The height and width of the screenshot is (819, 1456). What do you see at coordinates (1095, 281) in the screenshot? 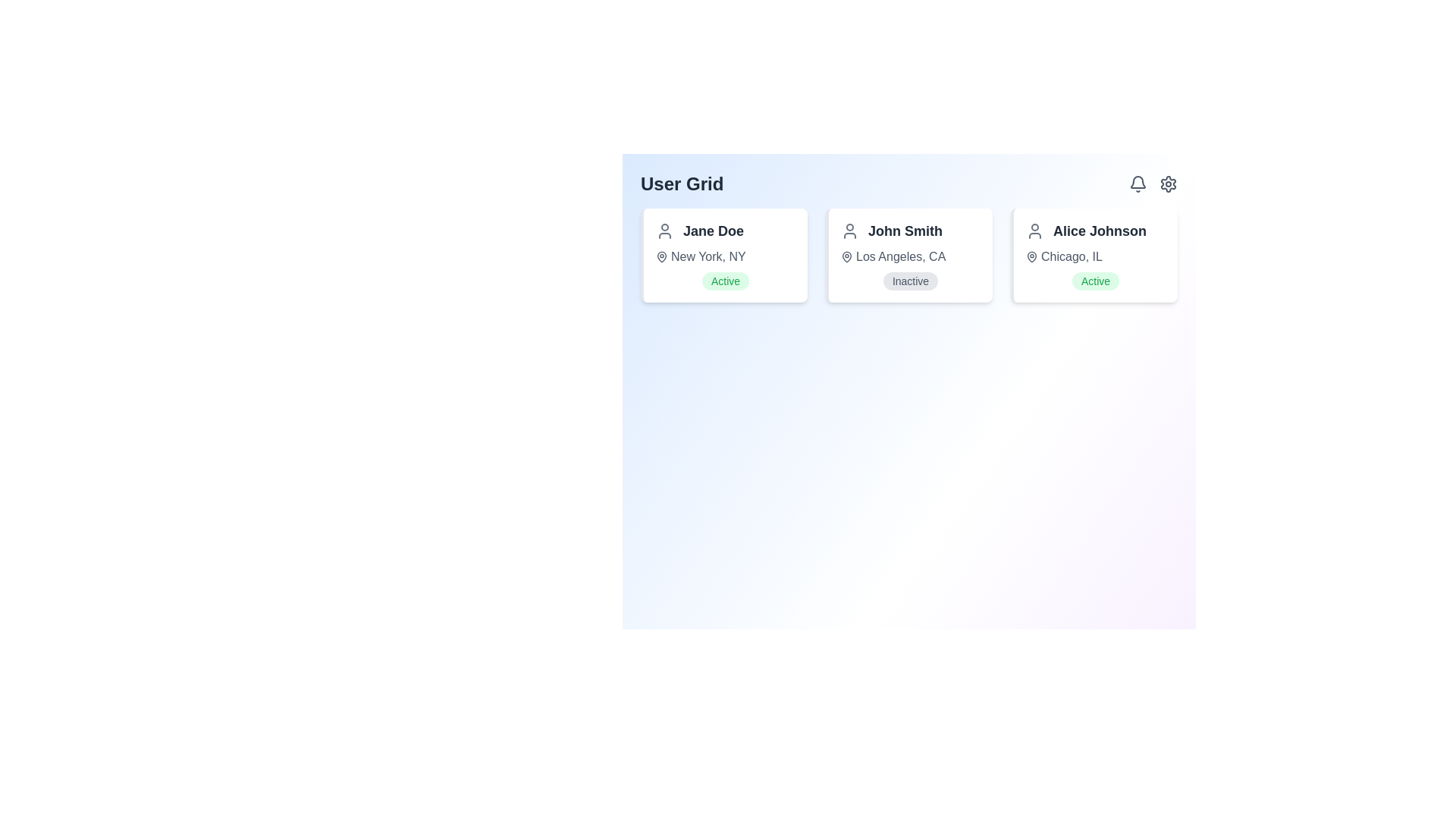
I see `the small, rounded rectangular tag with a light green background that displays the text 'Active' associated with 'Alice Johnson' in the user grid` at bounding box center [1095, 281].